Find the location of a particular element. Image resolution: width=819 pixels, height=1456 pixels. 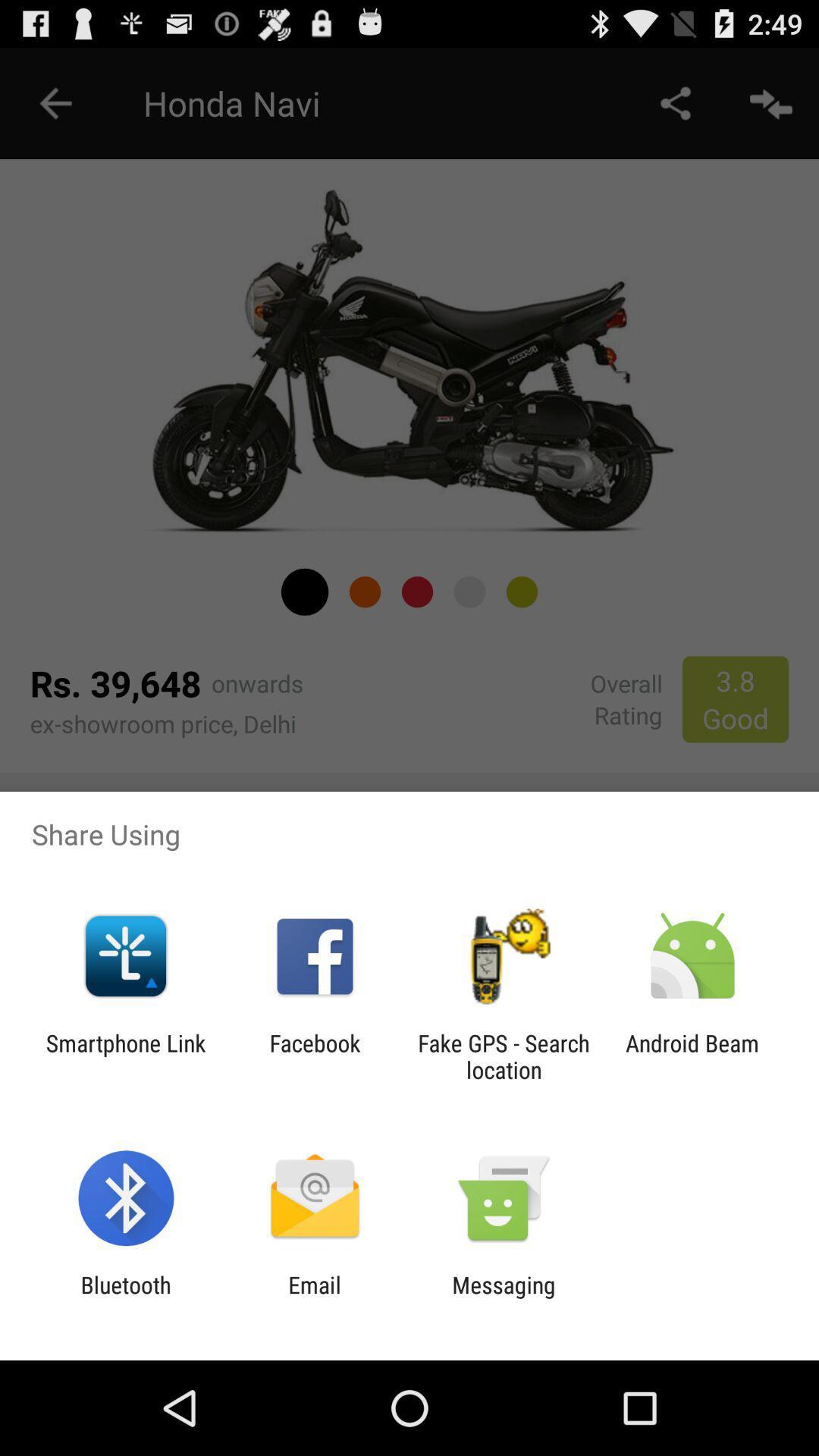

the app to the left of email item is located at coordinates (125, 1298).